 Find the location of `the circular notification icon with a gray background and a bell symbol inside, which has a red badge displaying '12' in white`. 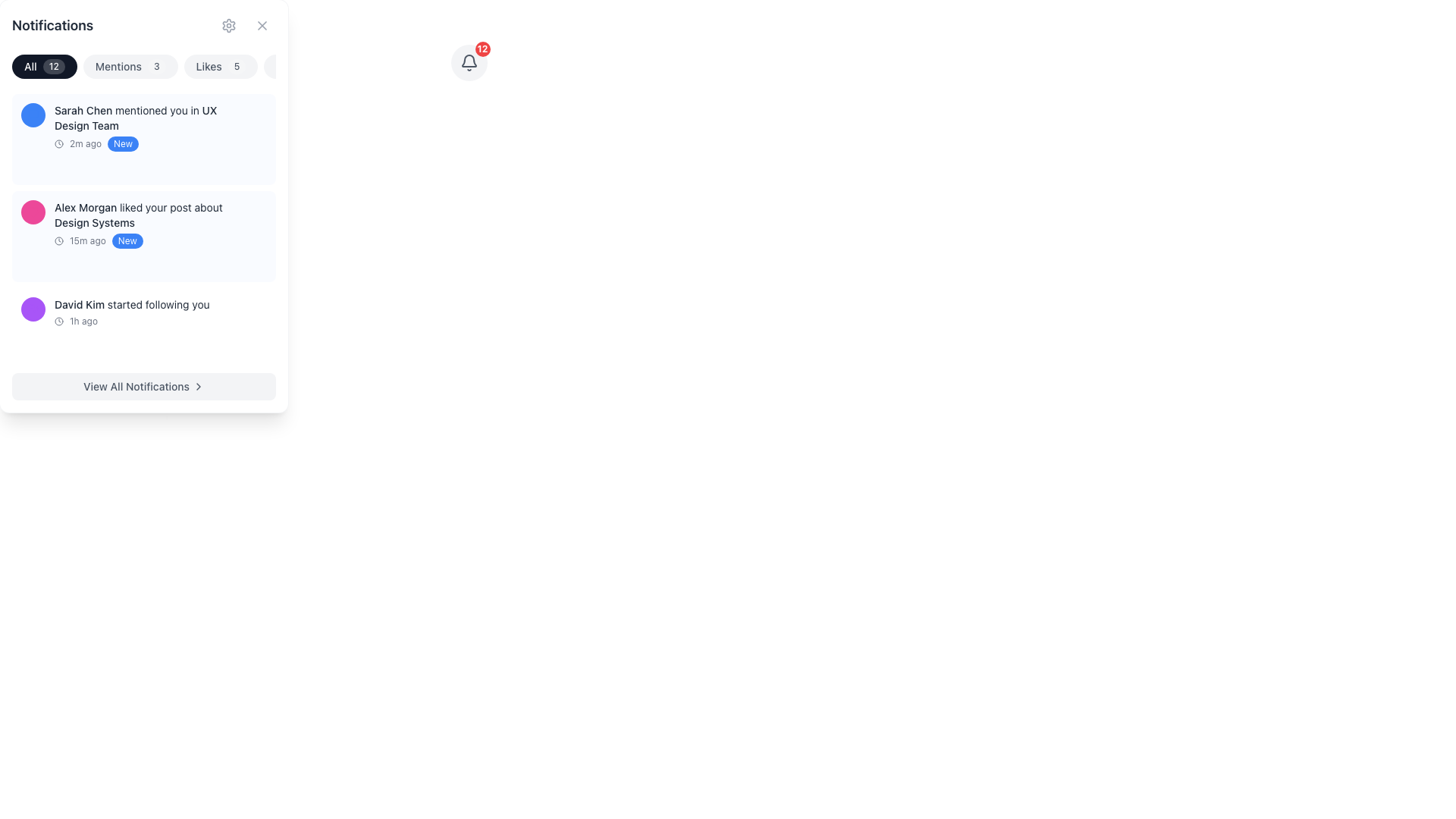

the circular notification icon with a gray background and a bell symbol inside, which has a red badge displaying '12' in white is located at coordinates (468, 62).